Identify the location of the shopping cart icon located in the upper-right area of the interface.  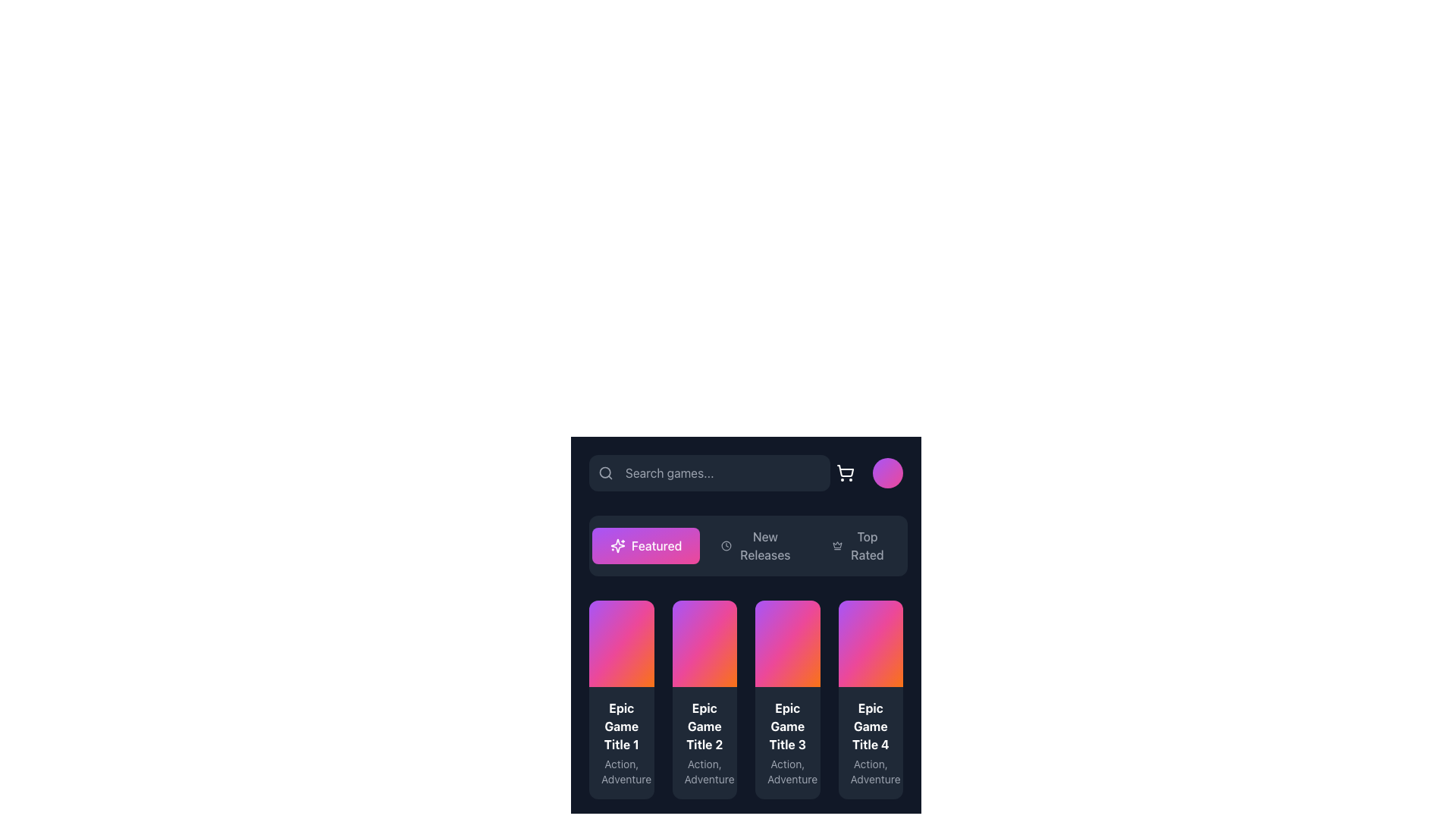
(844, 472).